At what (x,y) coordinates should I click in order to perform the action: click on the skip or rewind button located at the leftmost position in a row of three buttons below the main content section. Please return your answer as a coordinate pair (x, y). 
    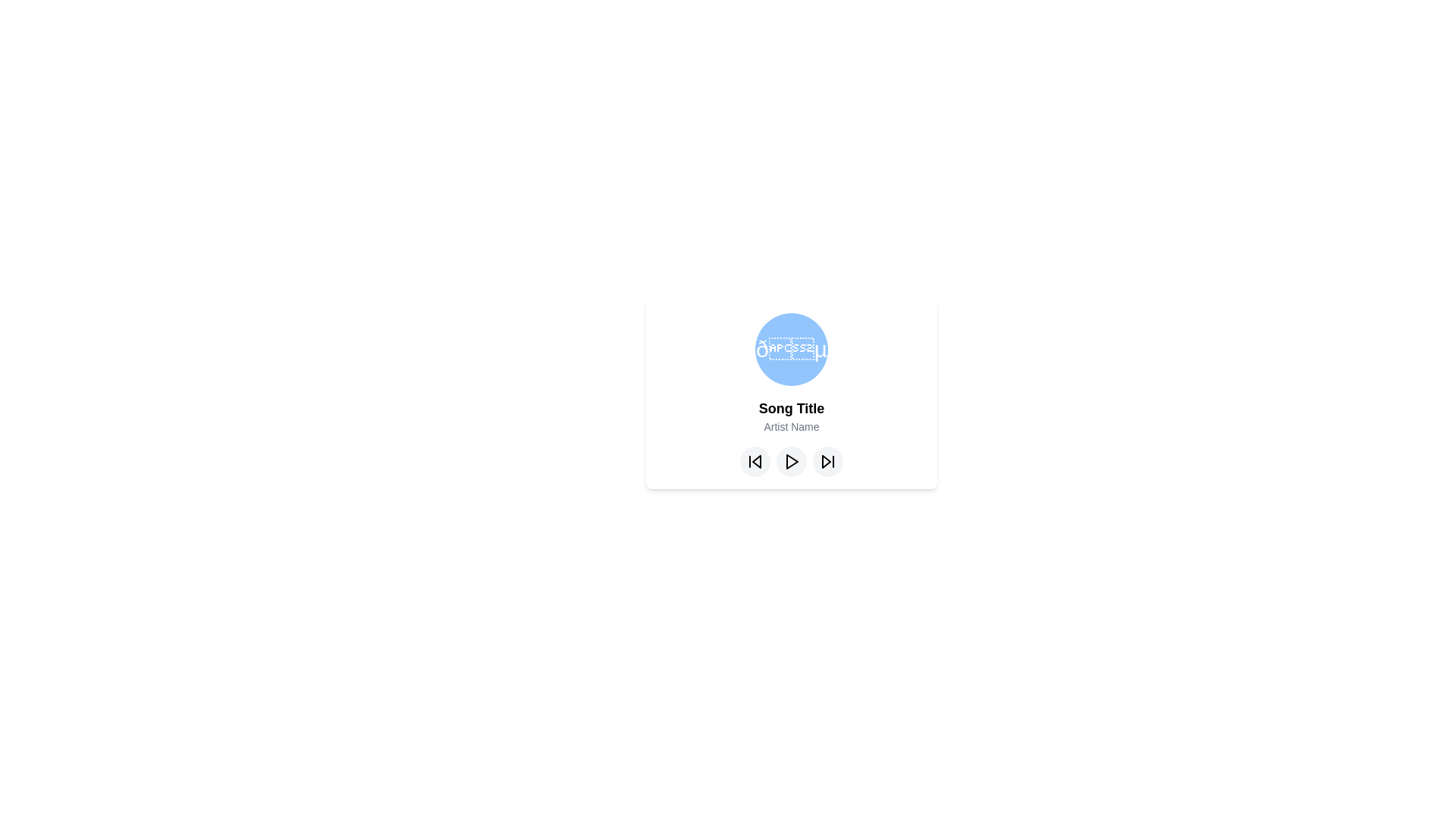
    Looking at the image, I should click on (755, 461).